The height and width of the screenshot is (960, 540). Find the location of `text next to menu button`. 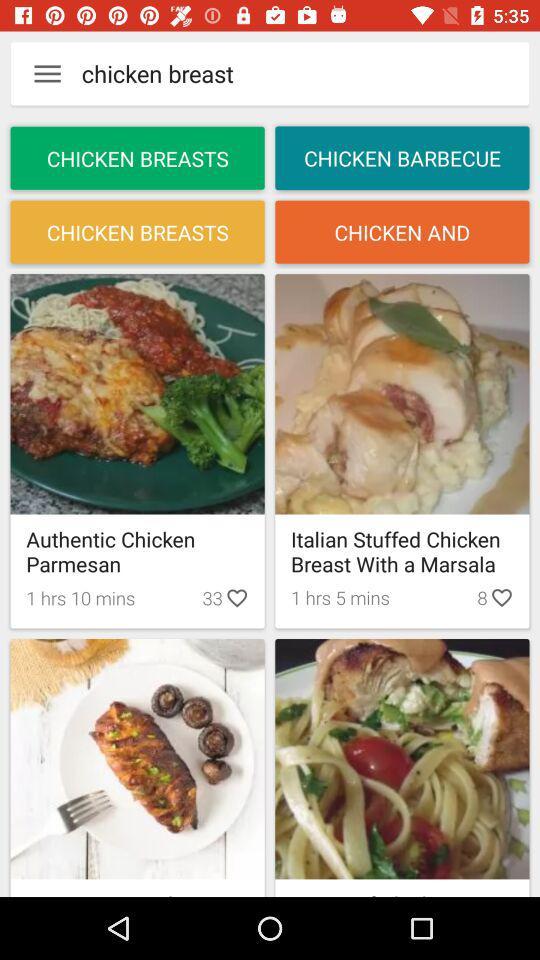

text next to menu button is located at coordinates (279, 74).